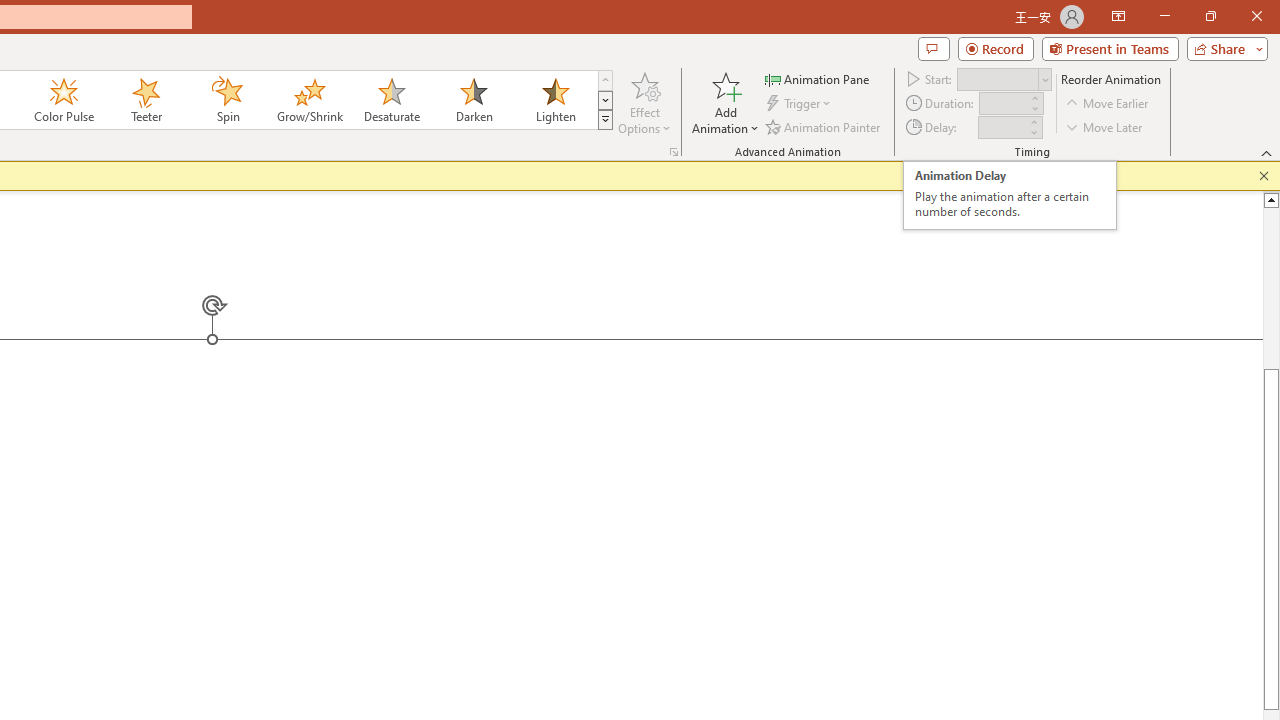  Describe the element at coordinates (1003, 103) in the screenshot. I see `'Animation Duration'` at that location.